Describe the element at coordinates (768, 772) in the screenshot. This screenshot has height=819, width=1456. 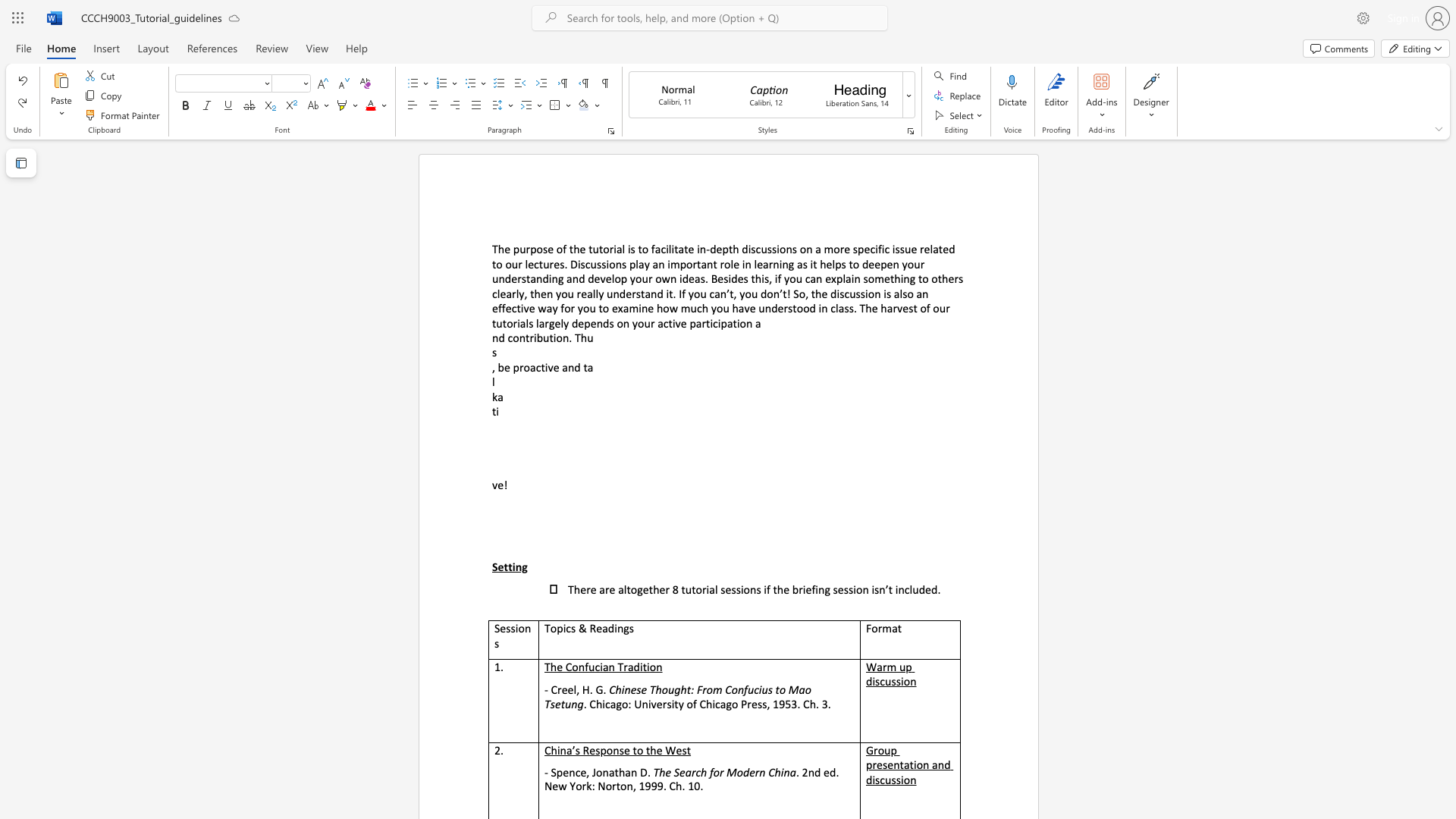
I see `the subset text "Ch" within the text "The Search for Modern China"` at that location.